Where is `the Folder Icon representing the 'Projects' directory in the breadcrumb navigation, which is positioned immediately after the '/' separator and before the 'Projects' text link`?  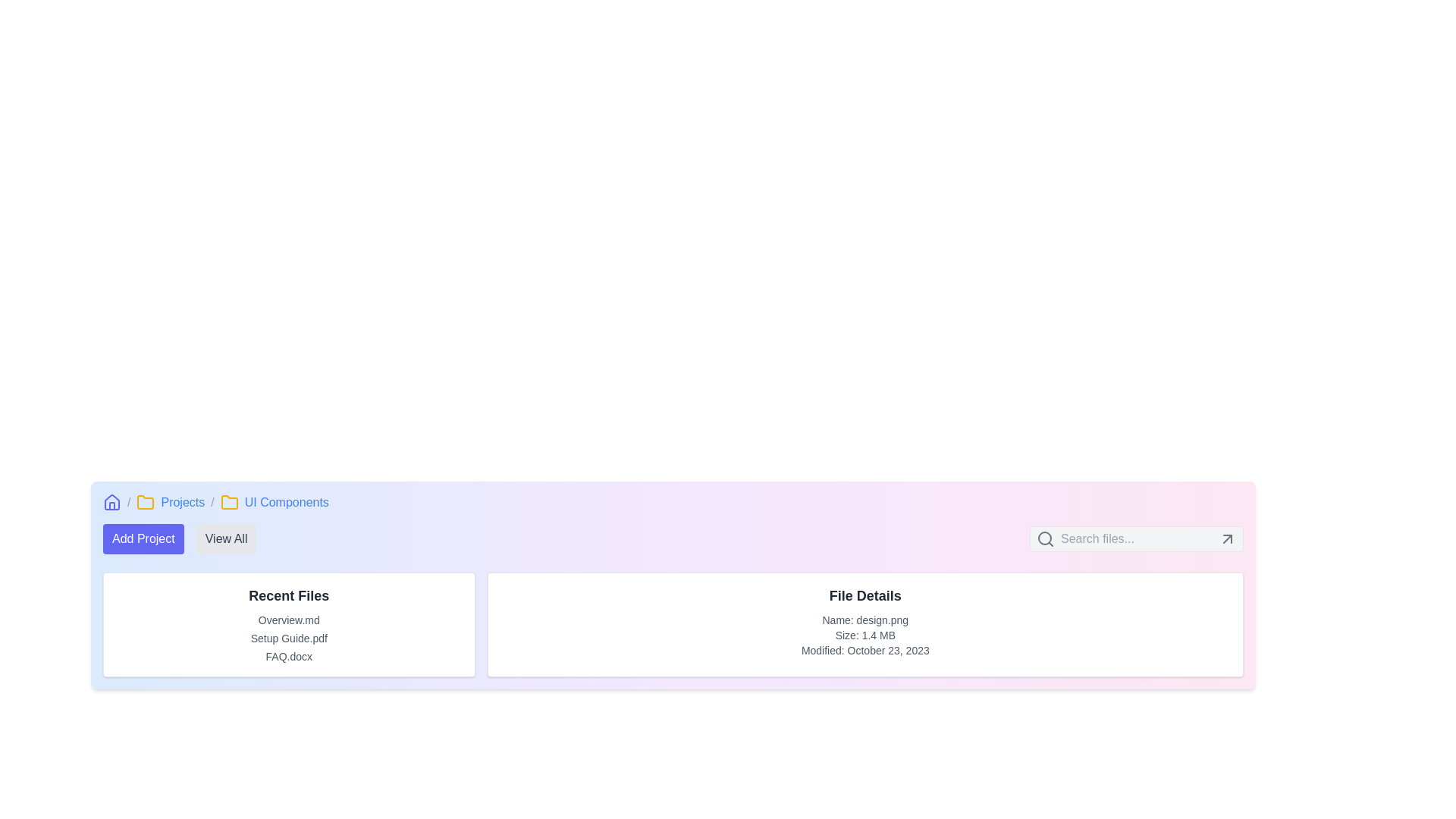 the Folder Icon representing the 'Projects' directory in the breadcrumb navigation, which is positioned immediately after the '/' separator and before the 'Projects' text link is located at coordinates (146, 503).